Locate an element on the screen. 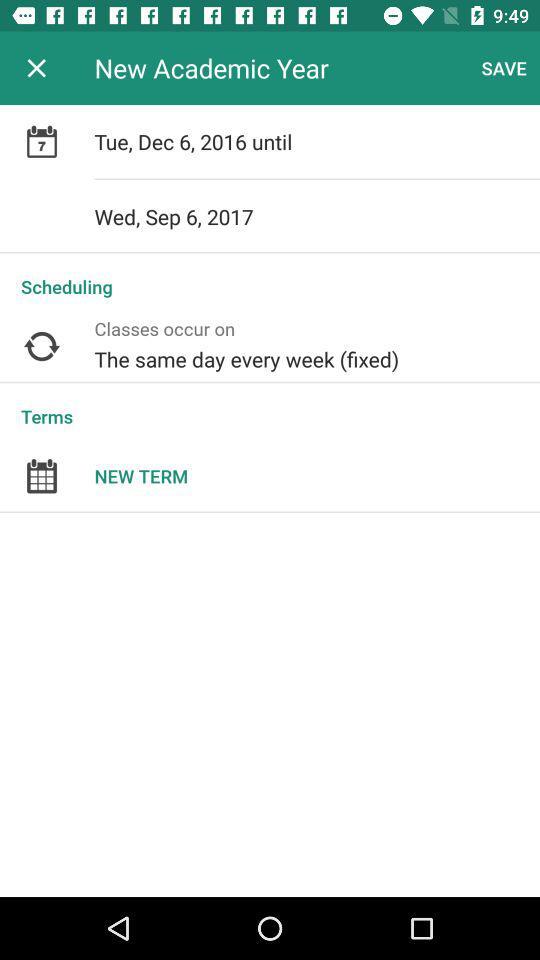 The height and width of the screenshot is (960, 540). the the same day icon is located at coordinates (317, 346).